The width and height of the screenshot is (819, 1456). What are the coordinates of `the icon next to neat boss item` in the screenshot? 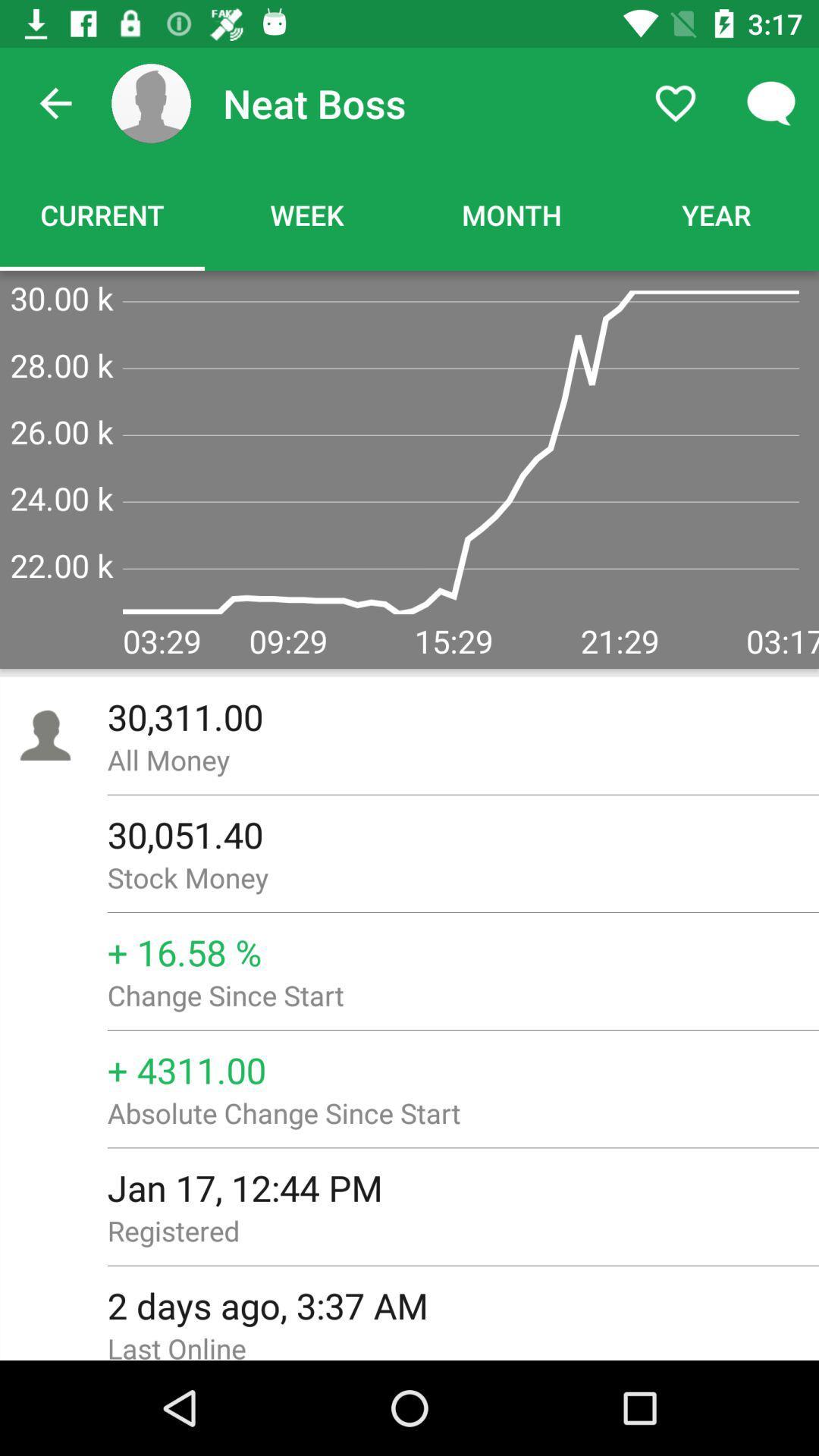 It's located at (151, 102).